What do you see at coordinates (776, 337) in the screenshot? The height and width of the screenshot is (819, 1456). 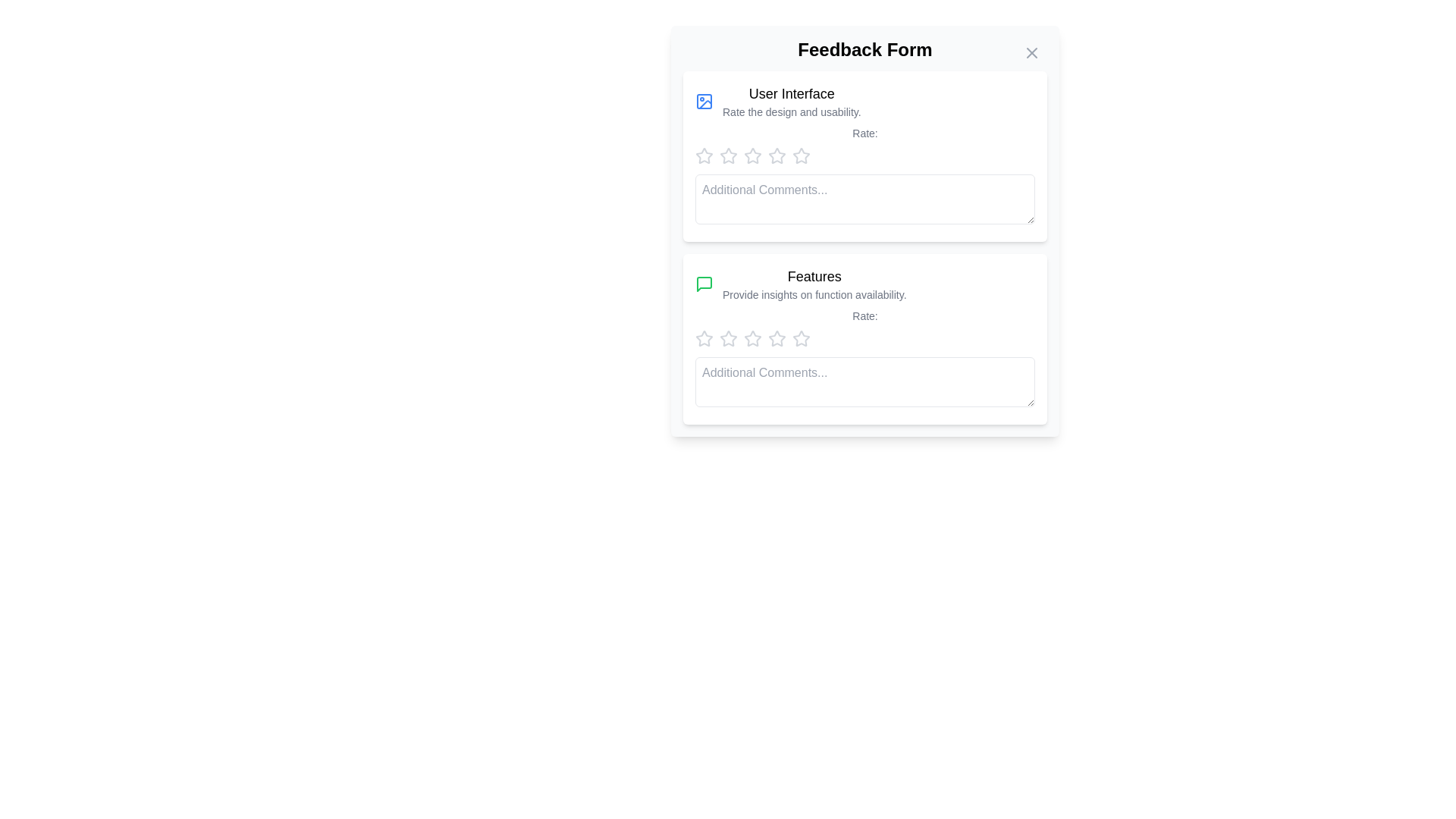 I see `the fourth star icon` at bounding box center [776, 337].